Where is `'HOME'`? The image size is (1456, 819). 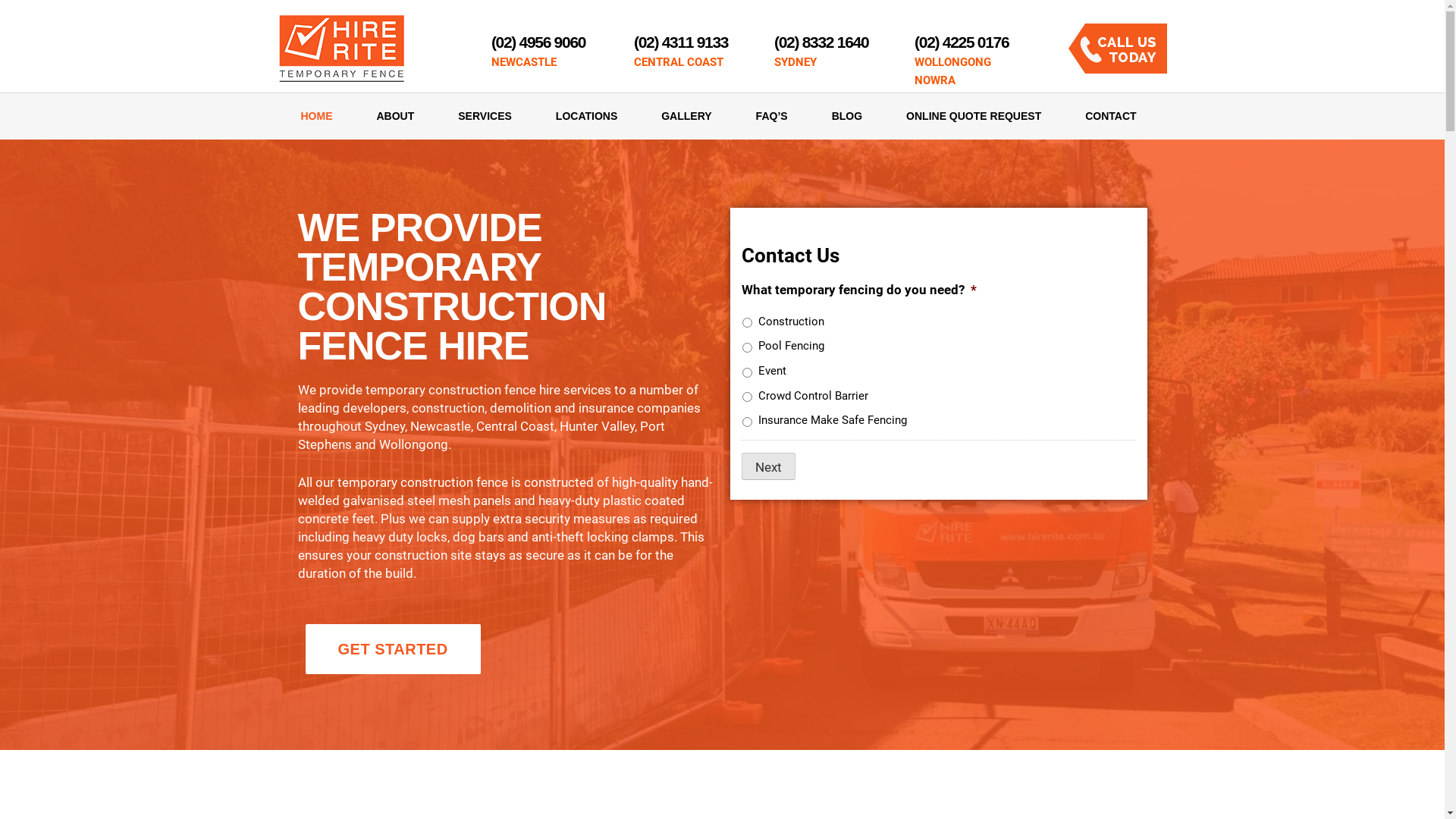
'HOME' is located at coordinates (279, 115).